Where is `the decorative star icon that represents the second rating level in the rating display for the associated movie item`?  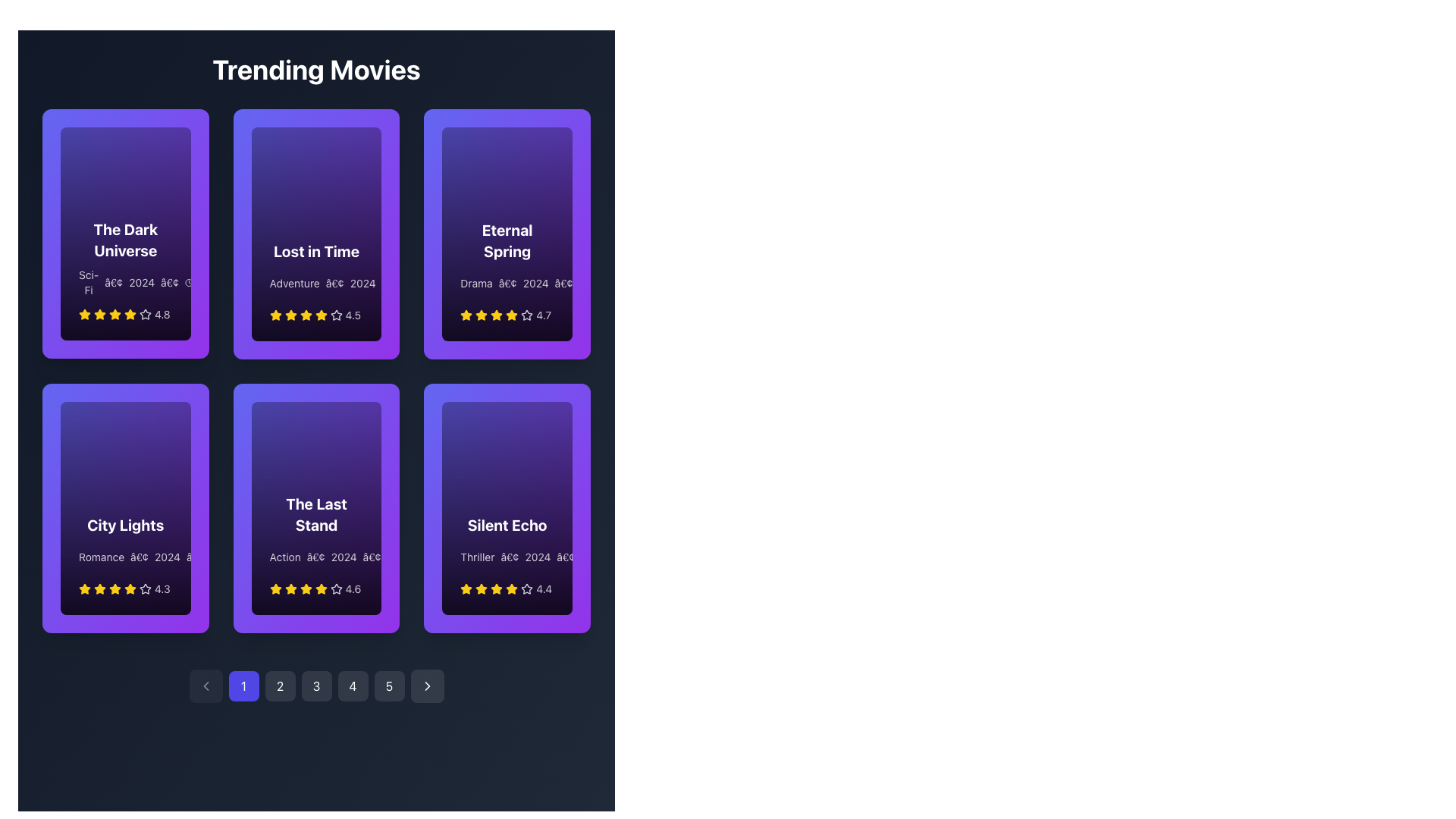
the decorative star icon that represents the second rating level in the rating display for the associated movie item is located at coordinates (290, 314).